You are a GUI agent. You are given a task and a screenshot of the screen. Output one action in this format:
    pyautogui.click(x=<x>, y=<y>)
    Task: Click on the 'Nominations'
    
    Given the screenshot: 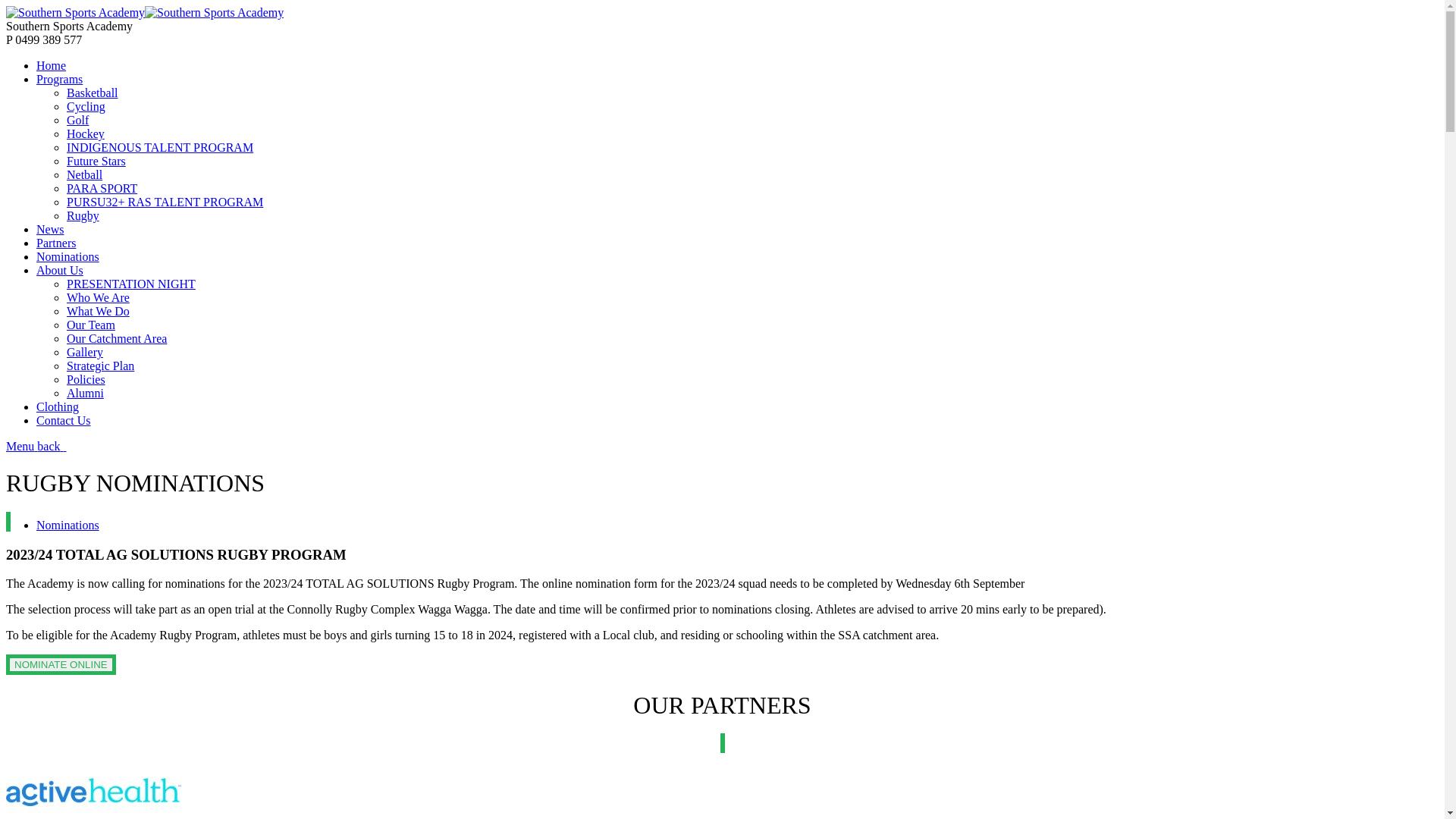 What is the action you would take?
    pyautogui.click(x=67, y=524)
    